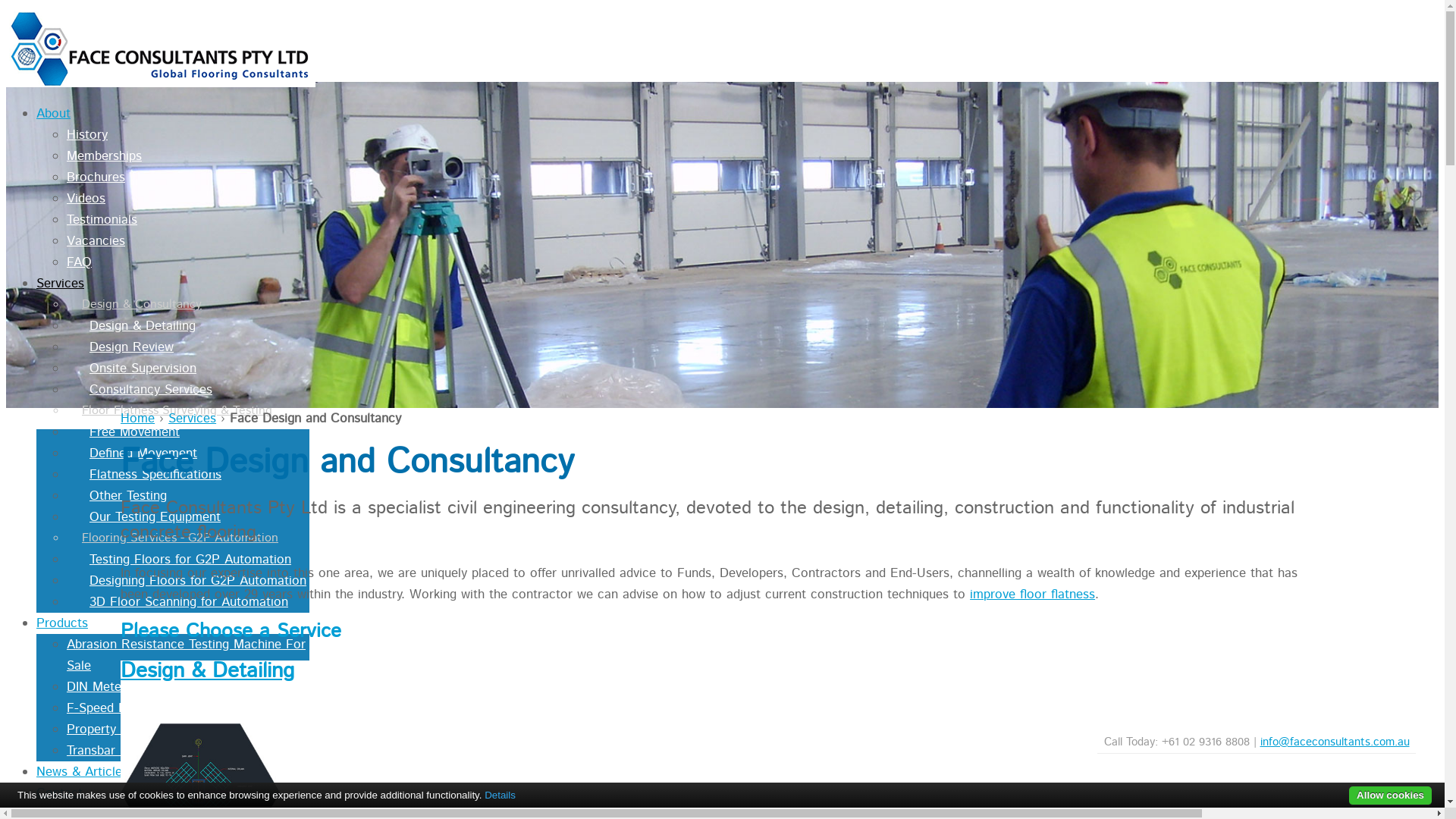  What do you see at coordinates (178, 559) in the screenshot?
I see `'Testing Floors for G2P Automation'` at bounding box center [178, 559].